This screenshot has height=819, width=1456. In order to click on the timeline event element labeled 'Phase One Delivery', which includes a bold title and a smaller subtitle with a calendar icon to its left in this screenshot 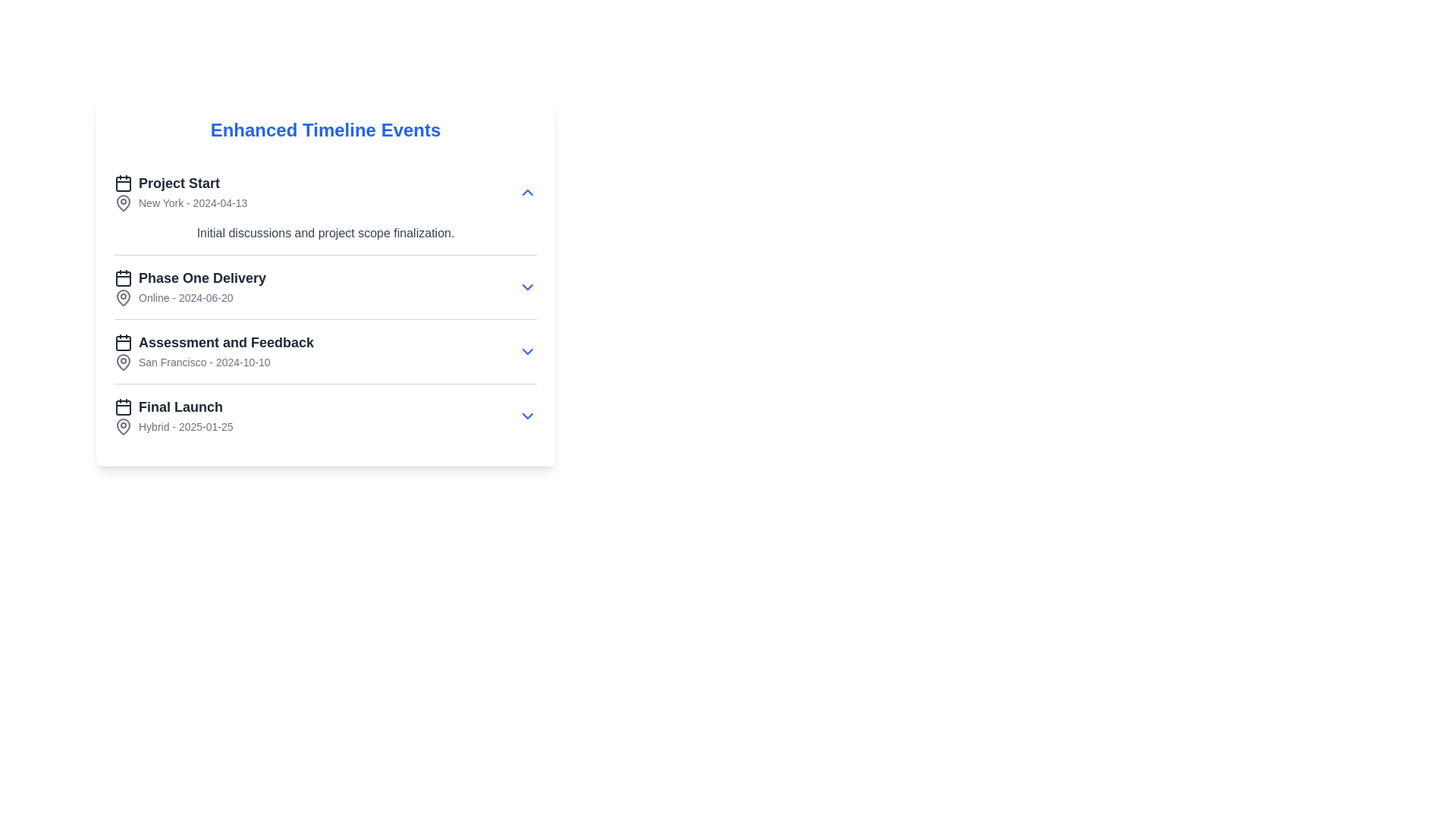, I will do `click(190, 287)`.